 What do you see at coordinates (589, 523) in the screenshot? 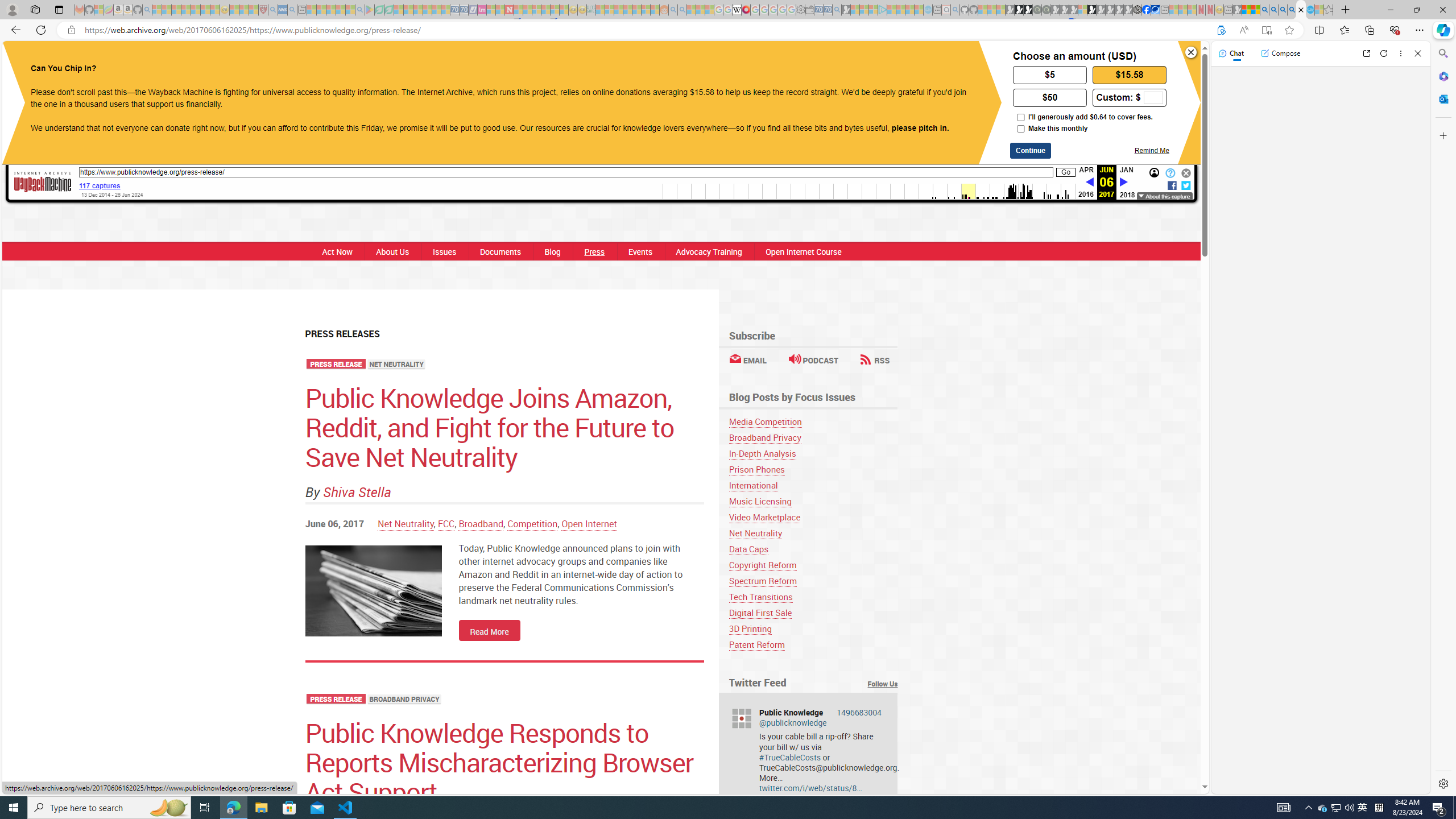
I see `'Open Internet'` at bounding box center [589, 523].